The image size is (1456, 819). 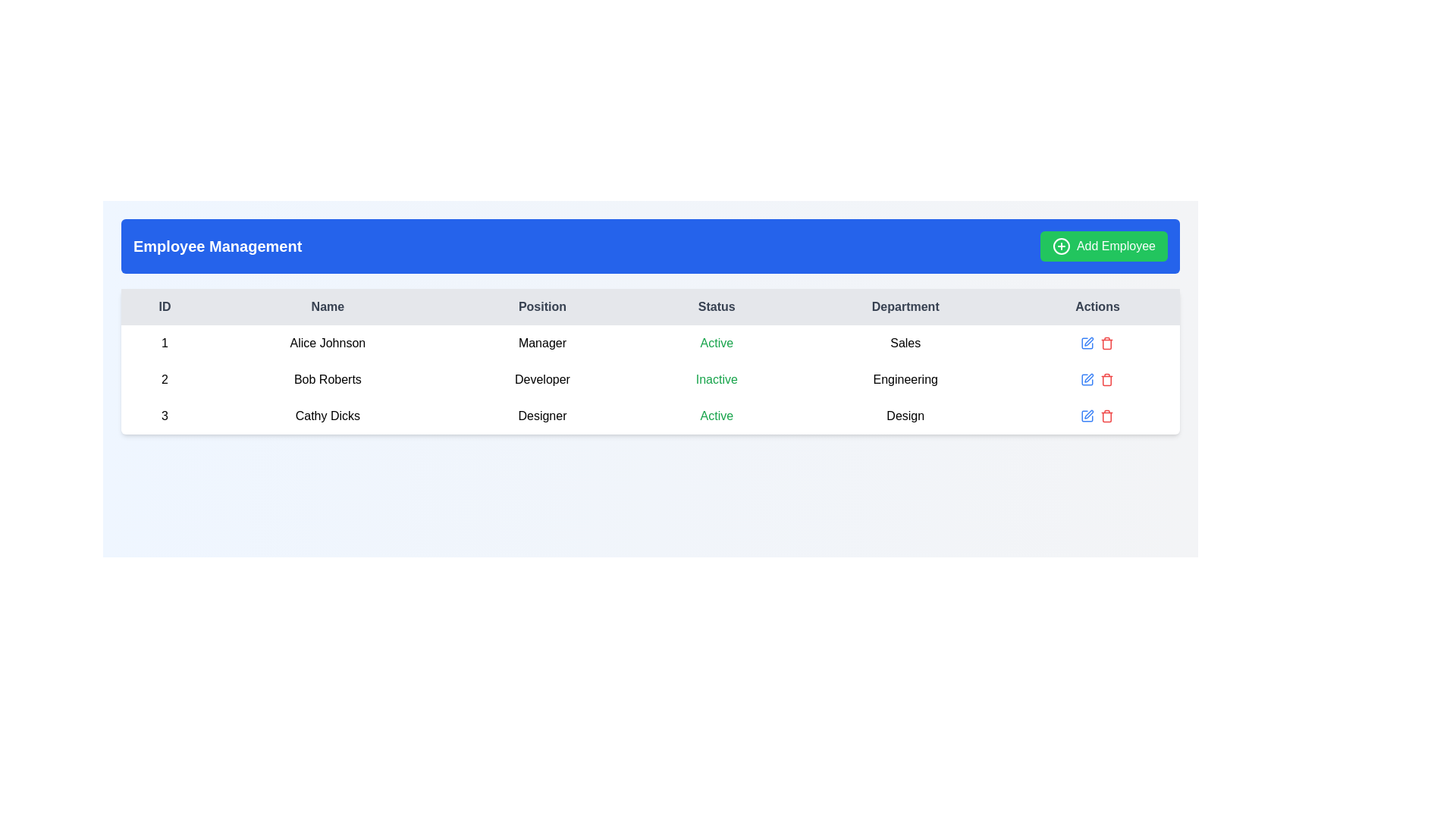 I want to click on the 'Edit' icon button located in the 'Actions' column of the third row corresponding to 'Cathy Dicks', so click(x=1087, y=416).